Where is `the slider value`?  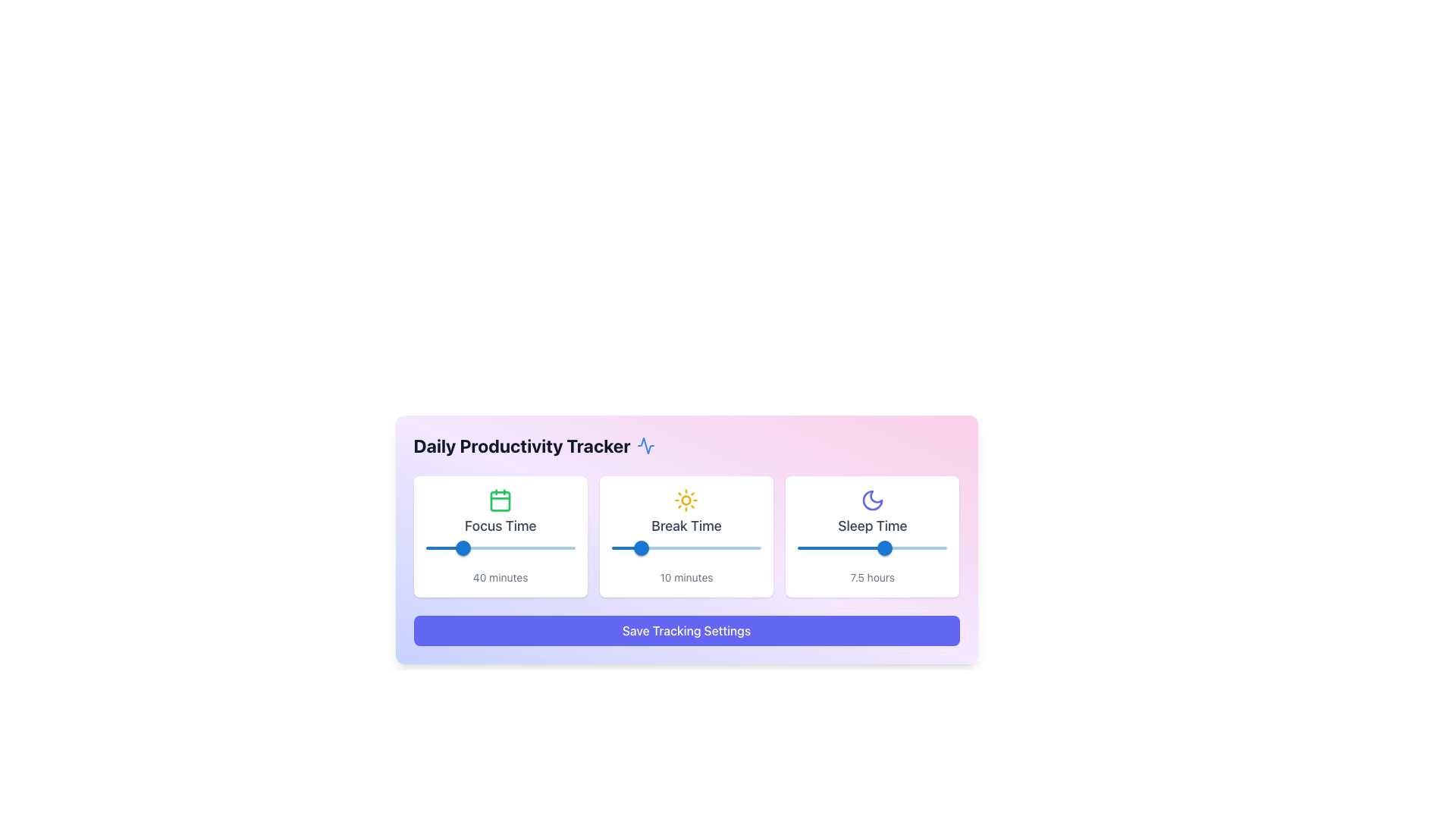
the slider value is located at coordinates (872, 548).